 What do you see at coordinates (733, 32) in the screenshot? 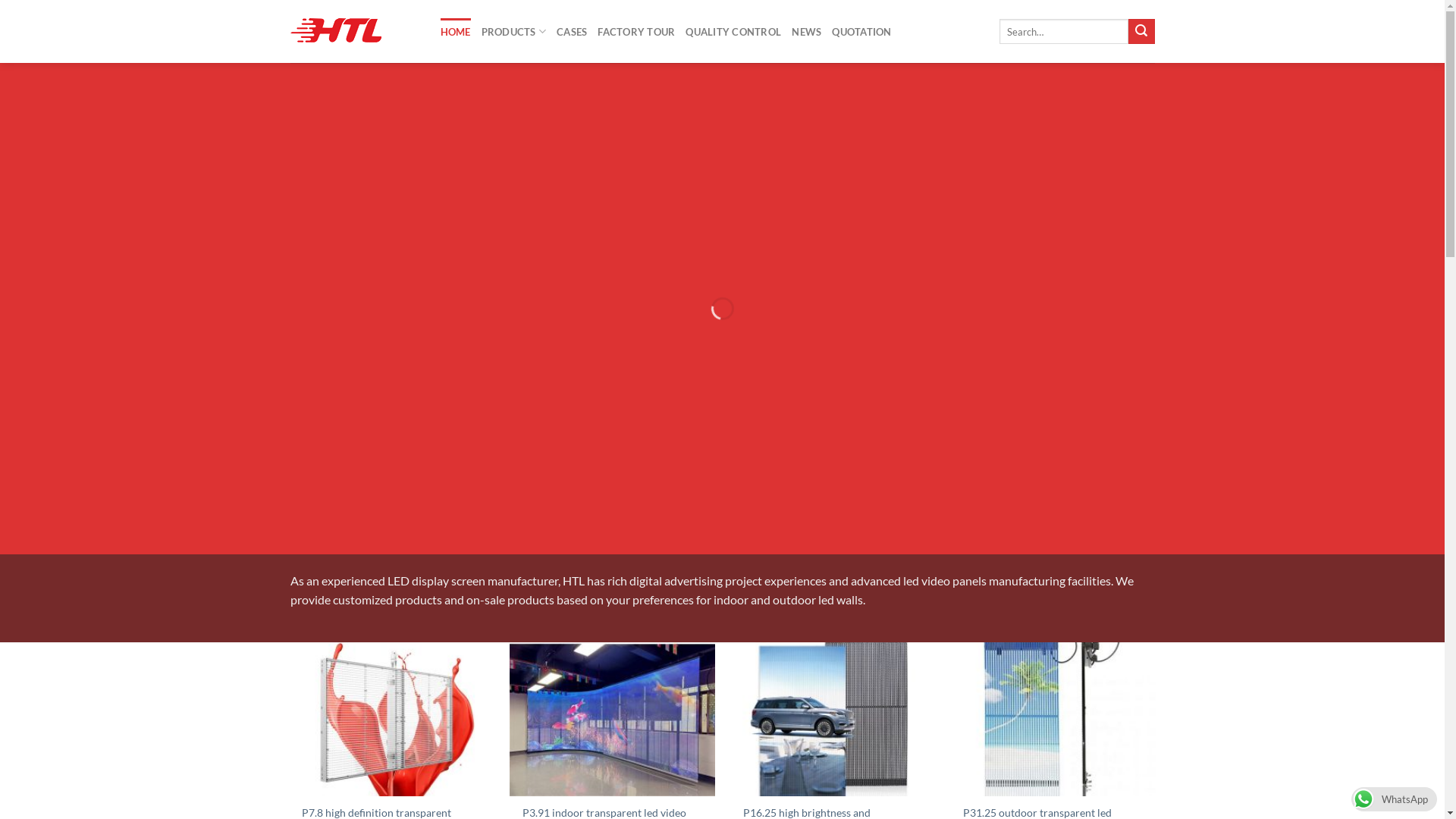
I see `'QUALITY CONTROL'` at bounding box center [733, 32].